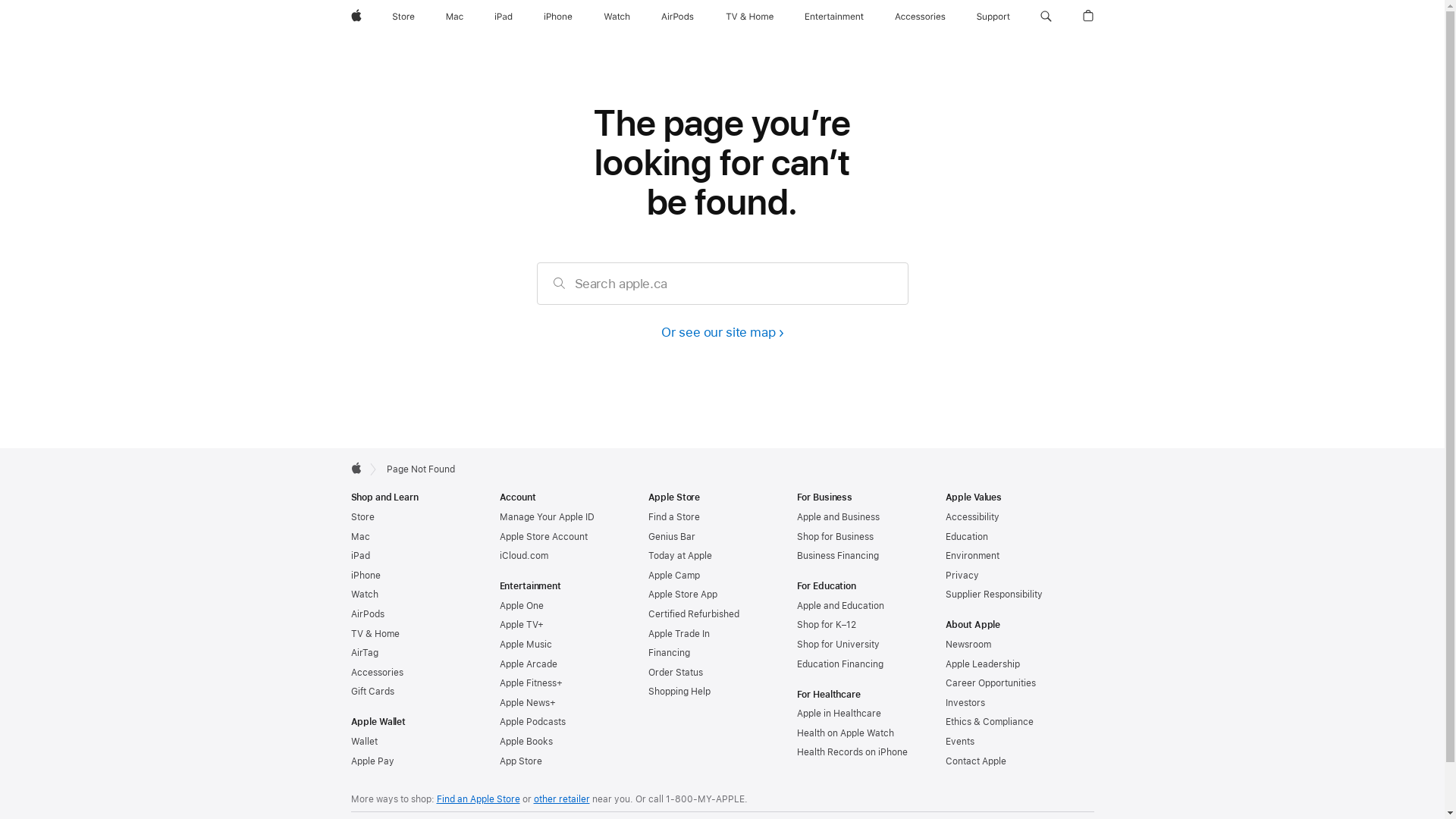 The image size is (1456, 819). Describe the element at coordinates (836, 516) in the screenshot. I see `'Apple and Business'` at that location.